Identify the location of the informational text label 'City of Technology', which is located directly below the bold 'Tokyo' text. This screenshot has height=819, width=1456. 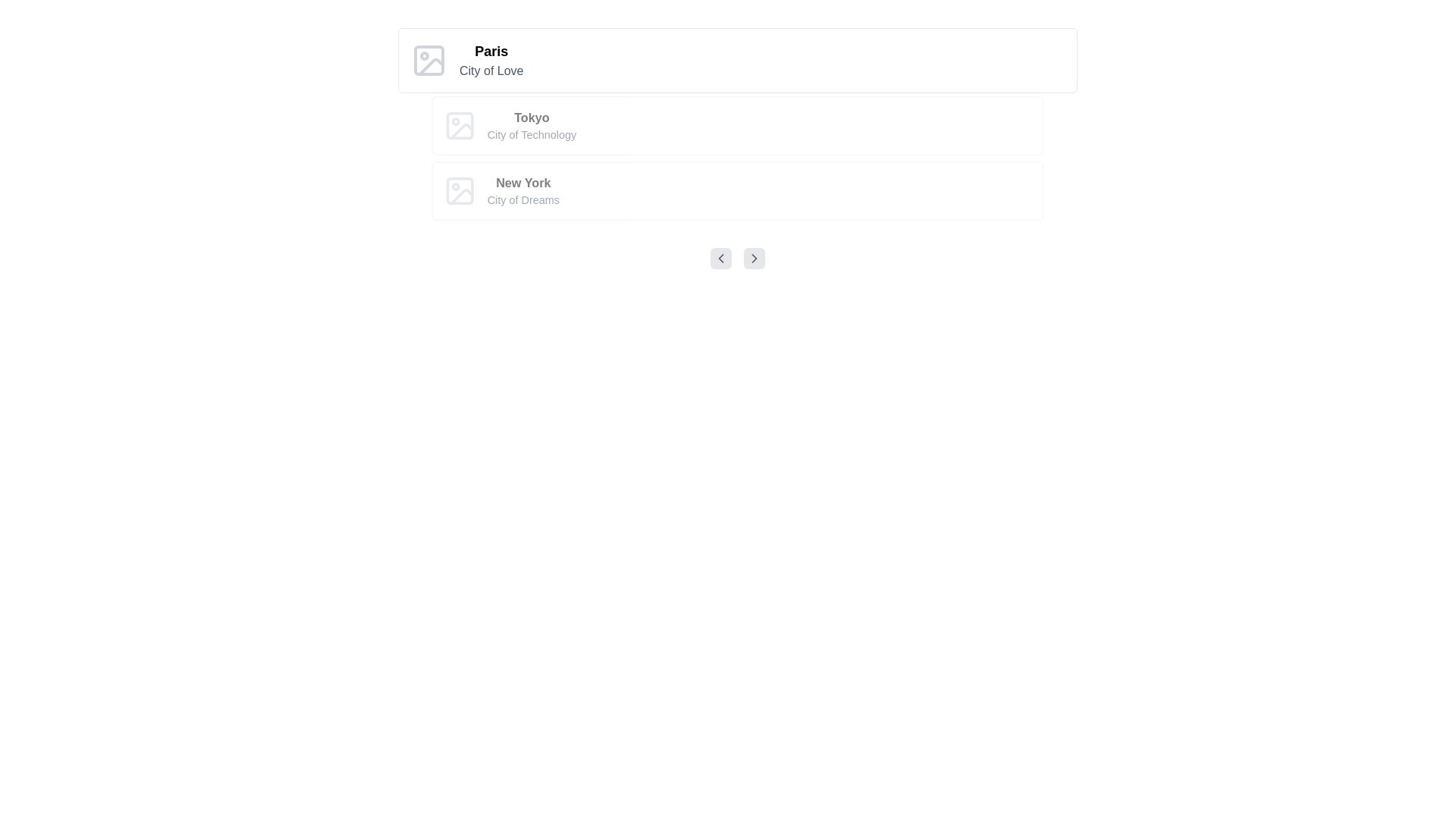
(532, 134).